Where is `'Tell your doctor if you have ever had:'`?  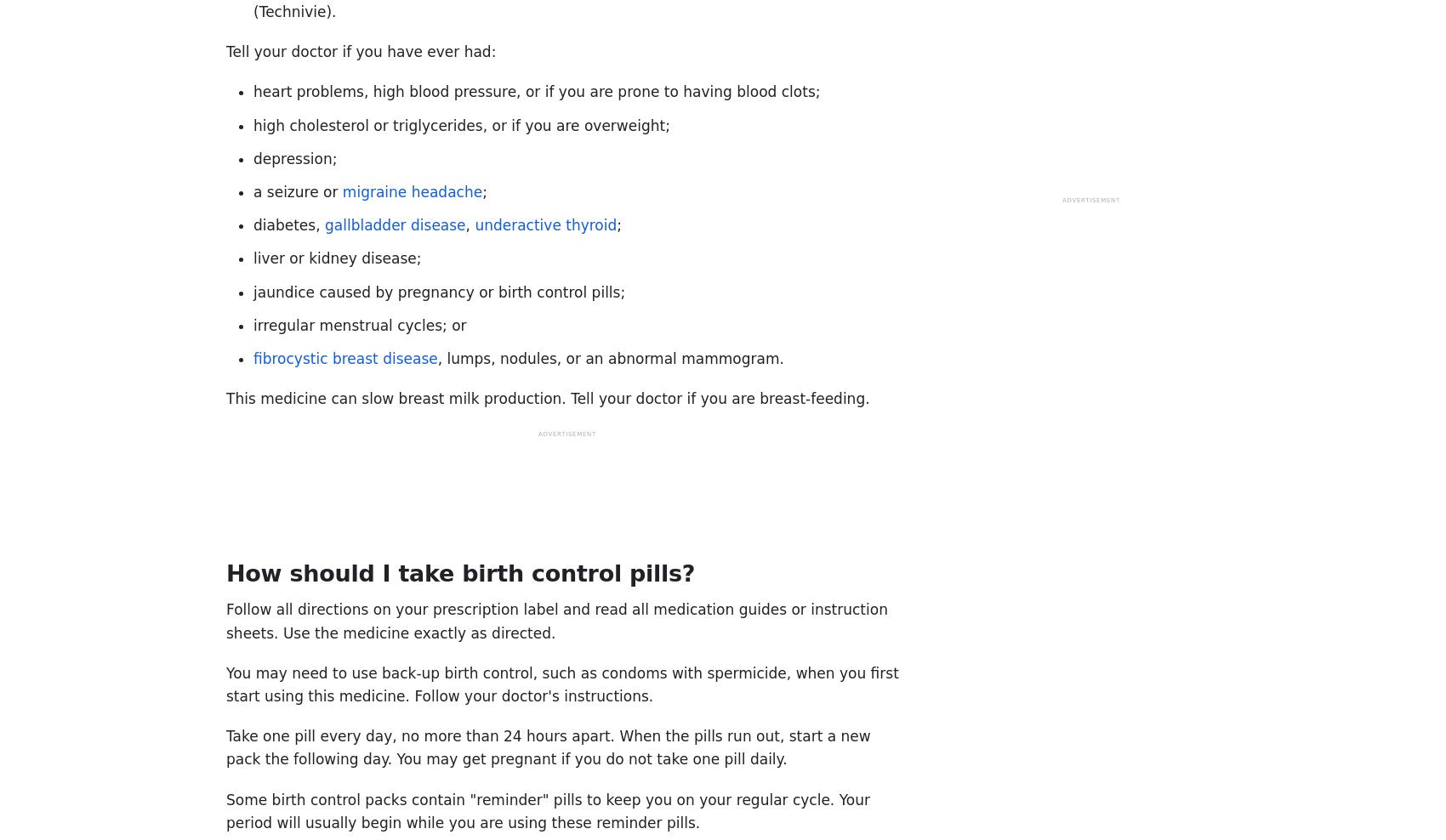
'Tell your doctor if you have ever had:' is located at coordinates (360, 50).